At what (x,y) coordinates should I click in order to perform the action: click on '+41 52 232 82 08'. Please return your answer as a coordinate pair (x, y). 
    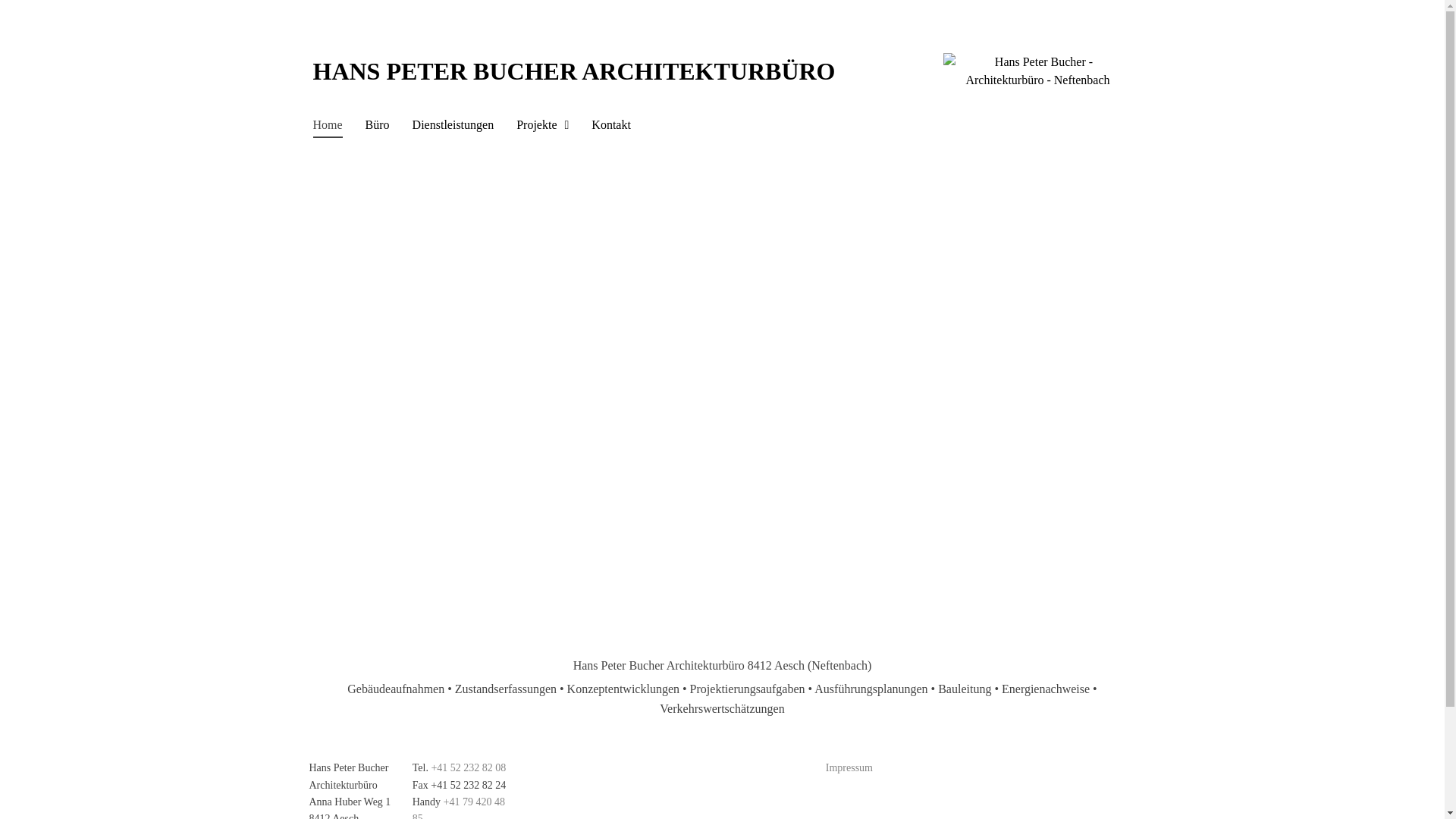
    Looking at the image, I should click on (467, 767).